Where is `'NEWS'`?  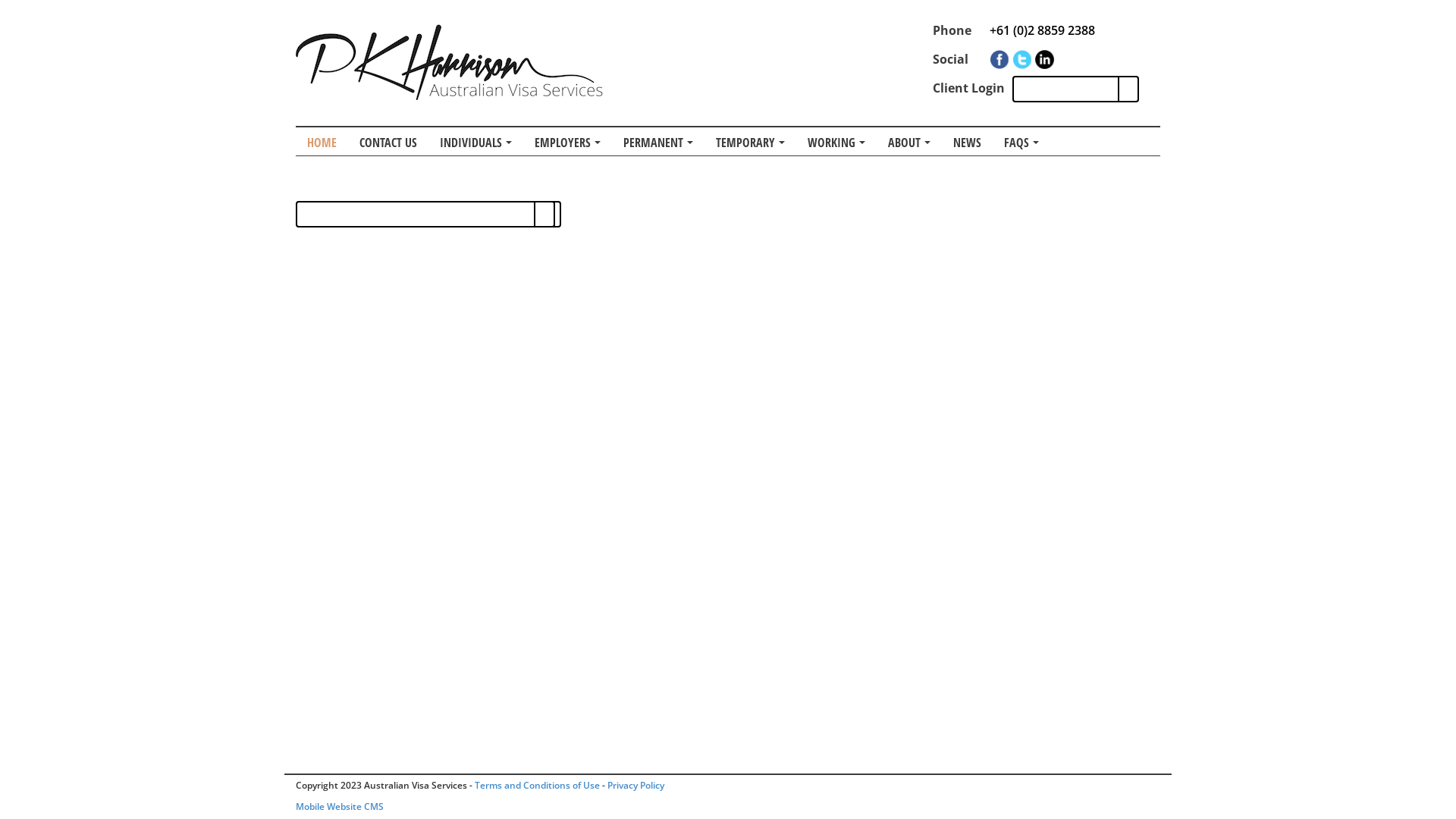
'NEWS' is located at coordinates (941, 141).